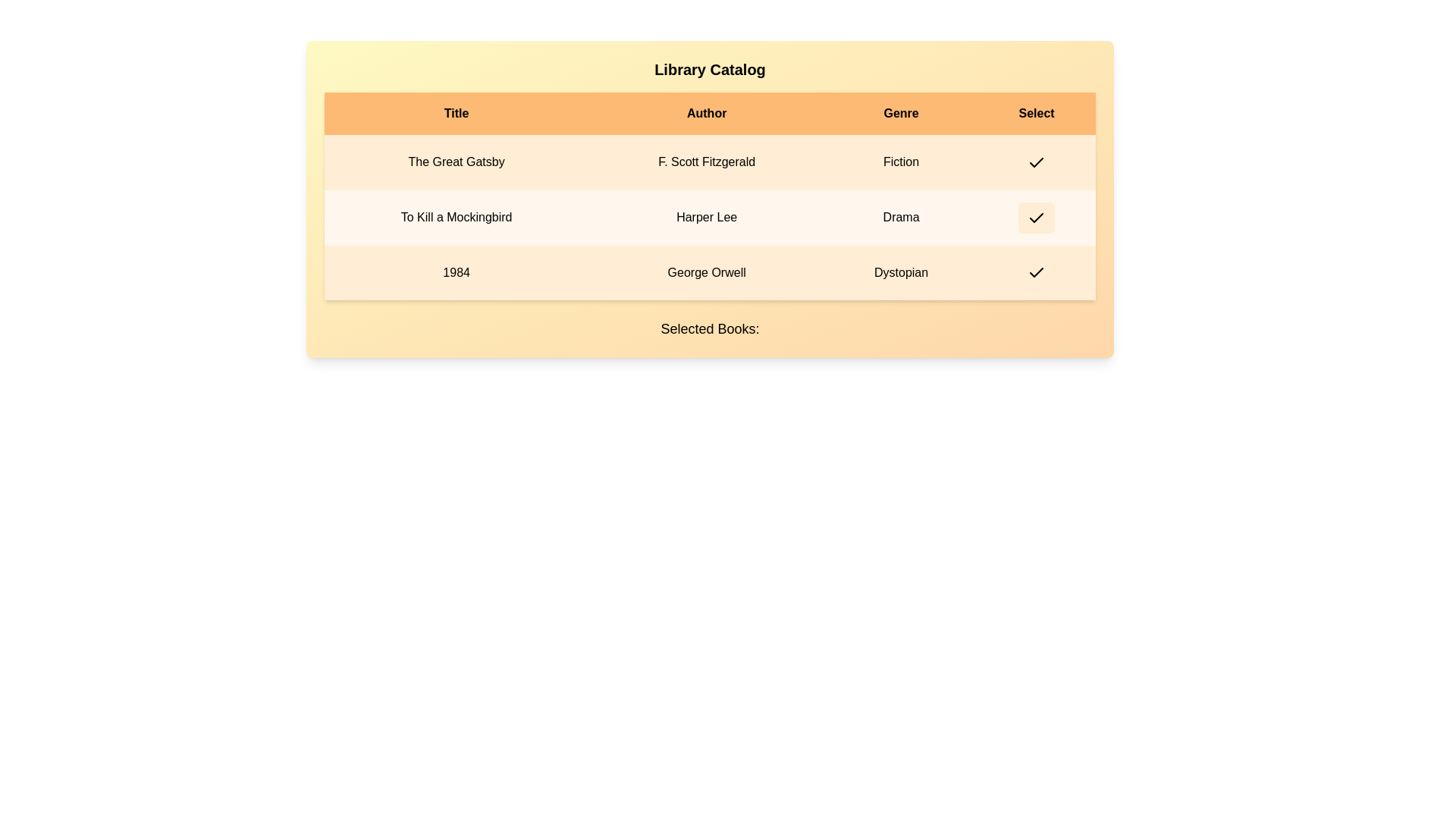  I want to click on the prominently styled text label that reads 'Library Catalog', located at the top of the gradient-colored card, so click(709, 70).